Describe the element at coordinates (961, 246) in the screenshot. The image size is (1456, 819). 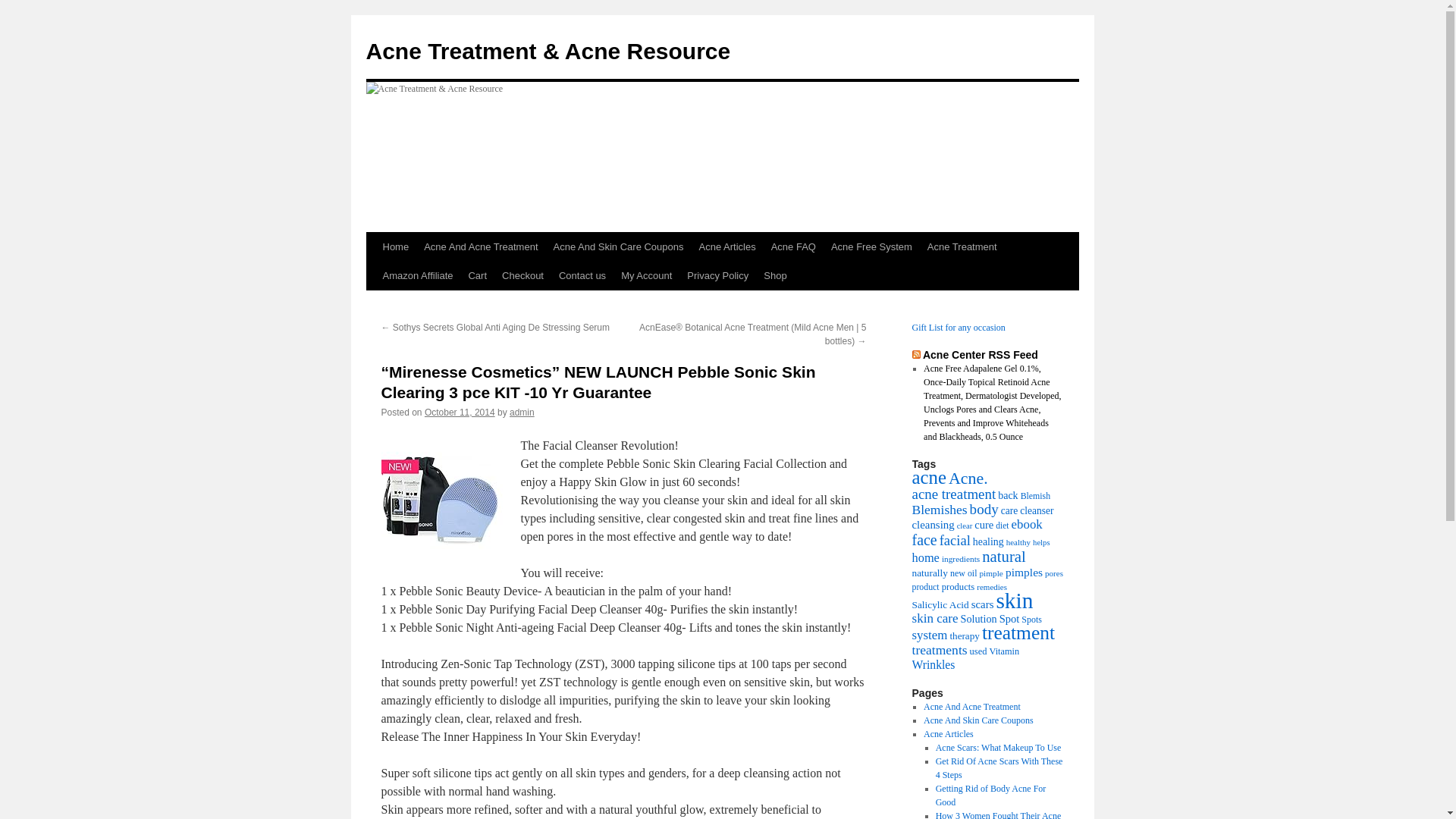
I see `'Acne Treatment'` at that location.